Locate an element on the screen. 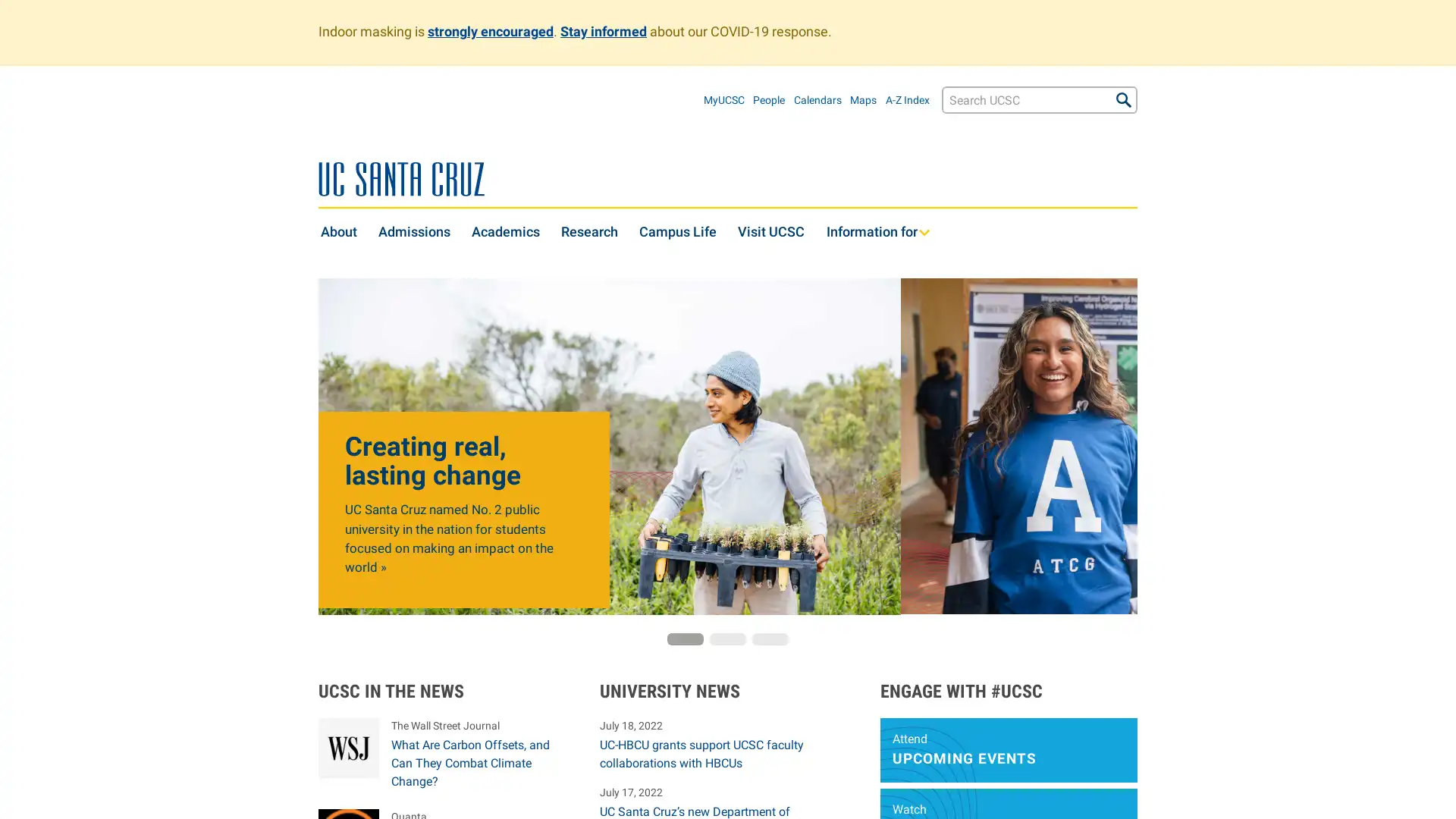 Image resolution: width=1456 pixels, height=819 pixels. Search is located at coordinates (1124, 99).